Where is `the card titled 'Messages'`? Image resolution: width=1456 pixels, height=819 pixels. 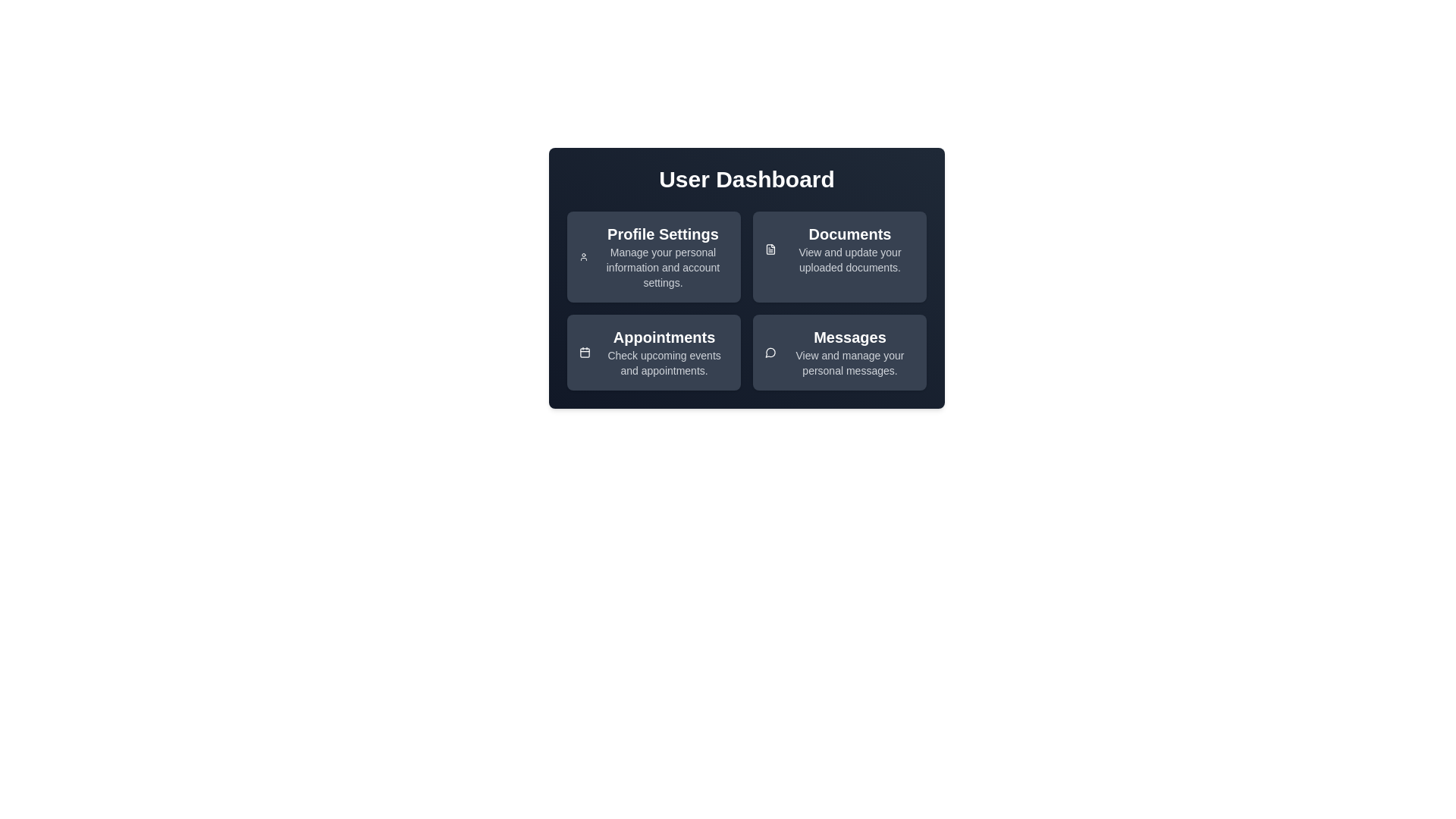 the card titled 'Messages' is located at coordinates (839, 353).